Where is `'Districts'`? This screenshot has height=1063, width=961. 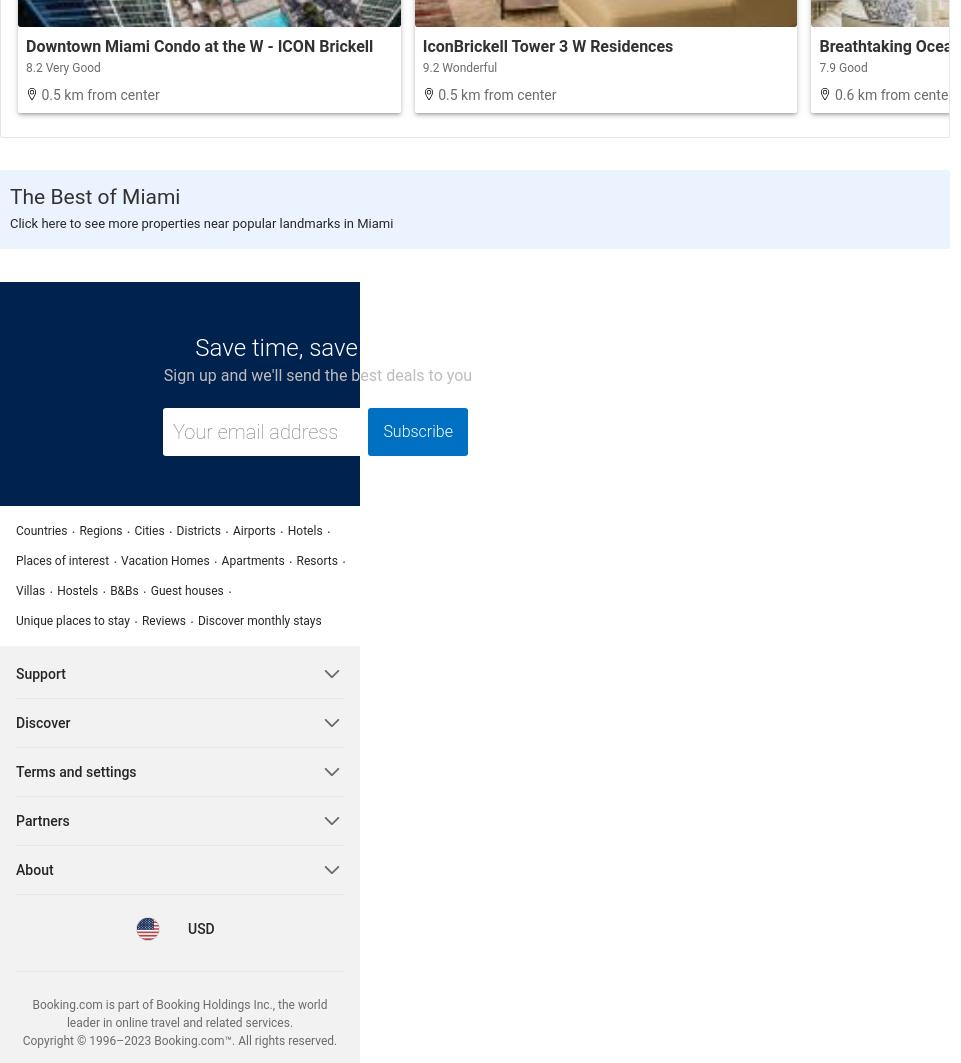
'Districts' is located at coordinates (197, 530).